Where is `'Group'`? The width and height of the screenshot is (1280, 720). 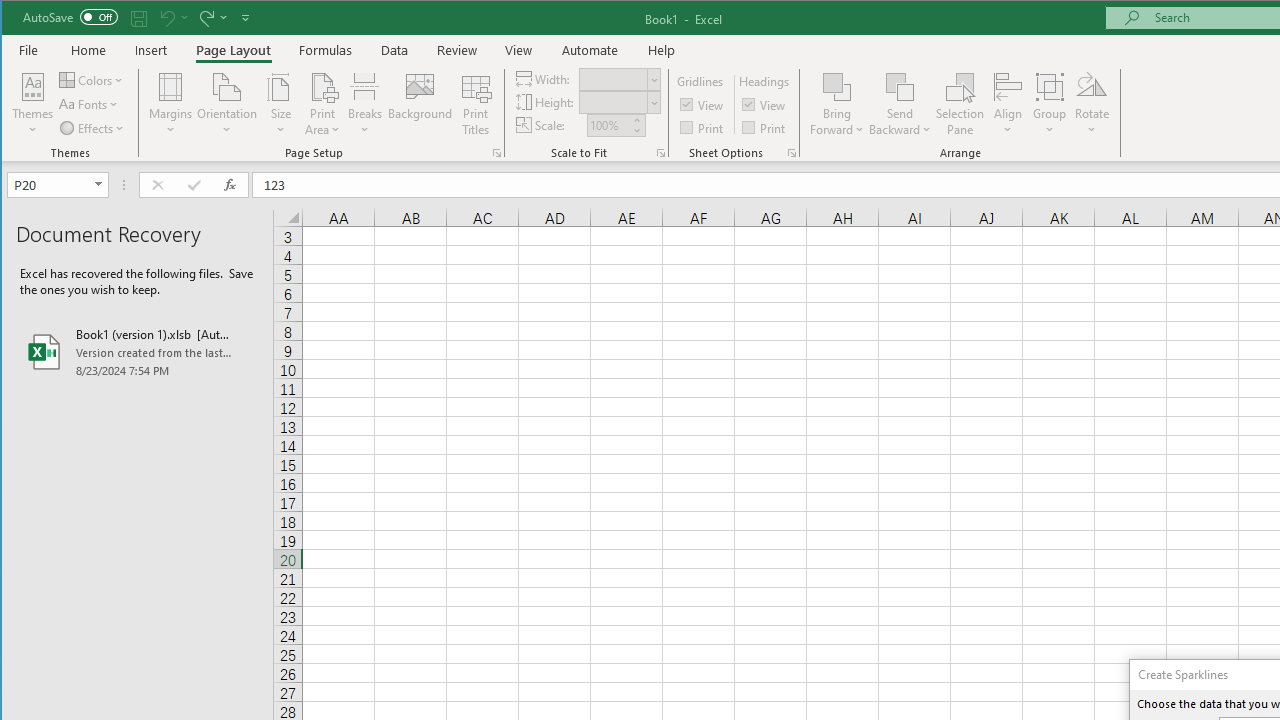
'Group' is located at coordinates (1049, 104).